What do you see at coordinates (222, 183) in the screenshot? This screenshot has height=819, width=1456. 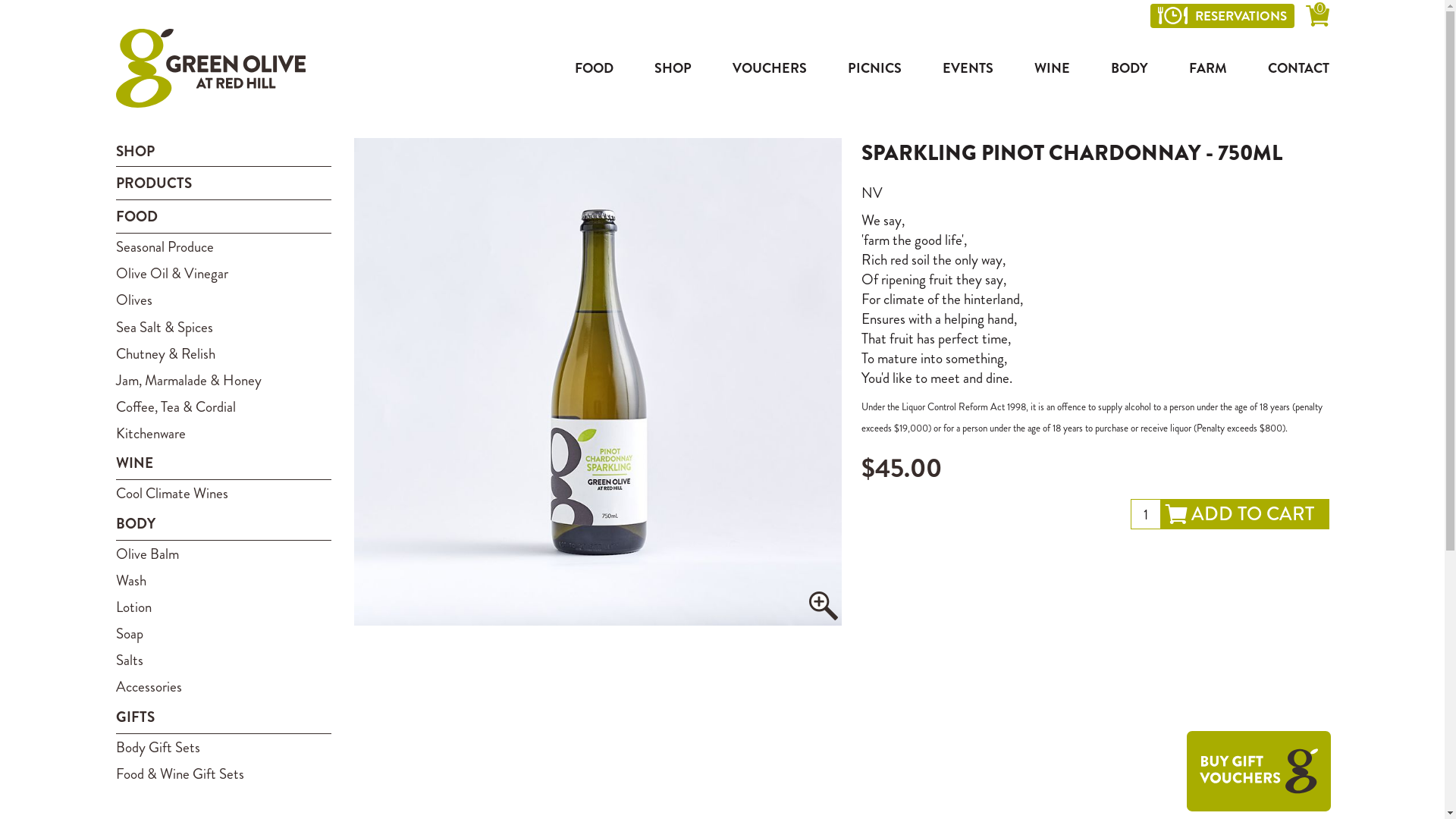 I see `'PRODUCTS'` at bounding box center [222, 183].